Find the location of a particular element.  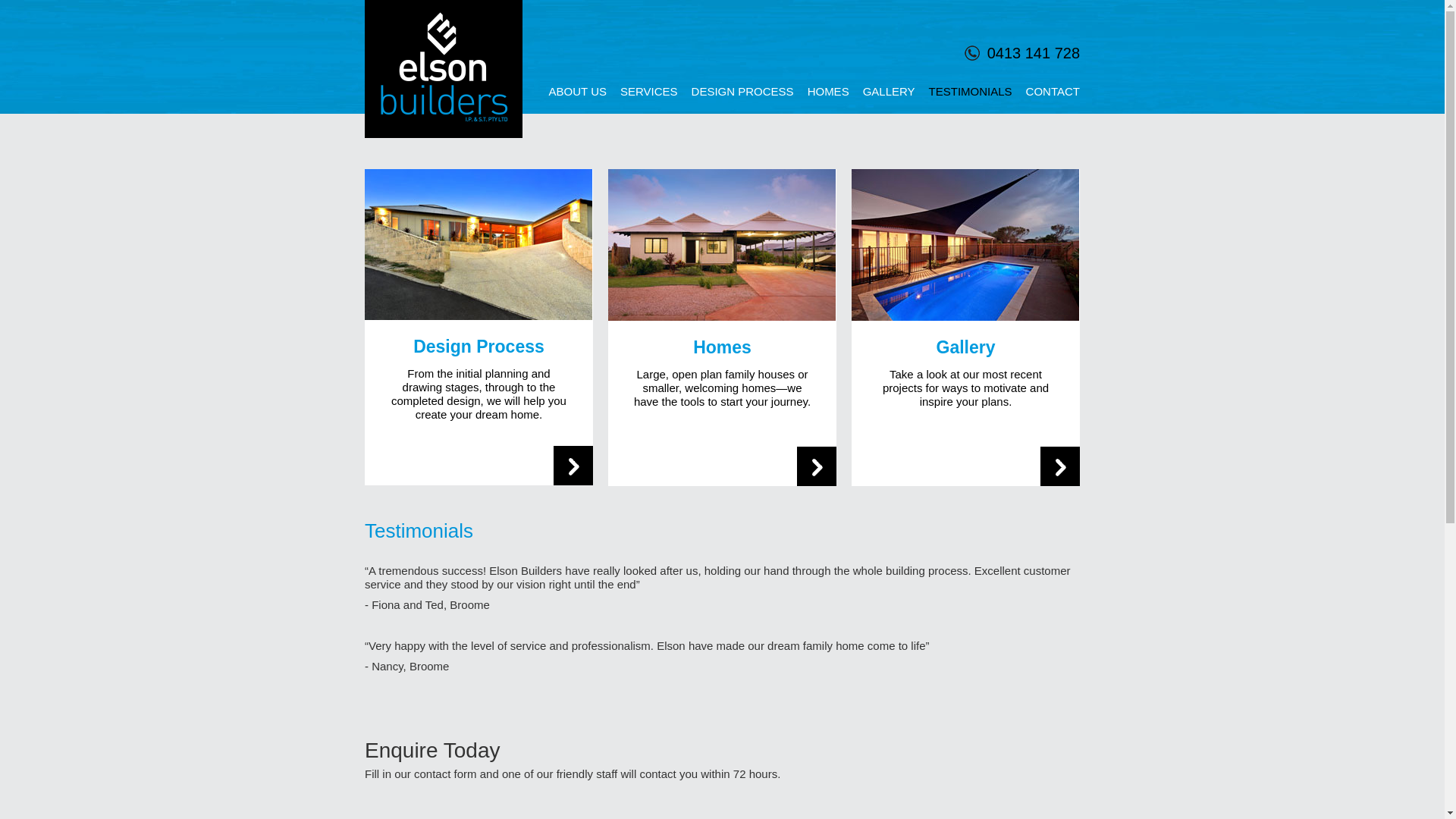

'CONTACT' is located at coordinates (1052, 91).